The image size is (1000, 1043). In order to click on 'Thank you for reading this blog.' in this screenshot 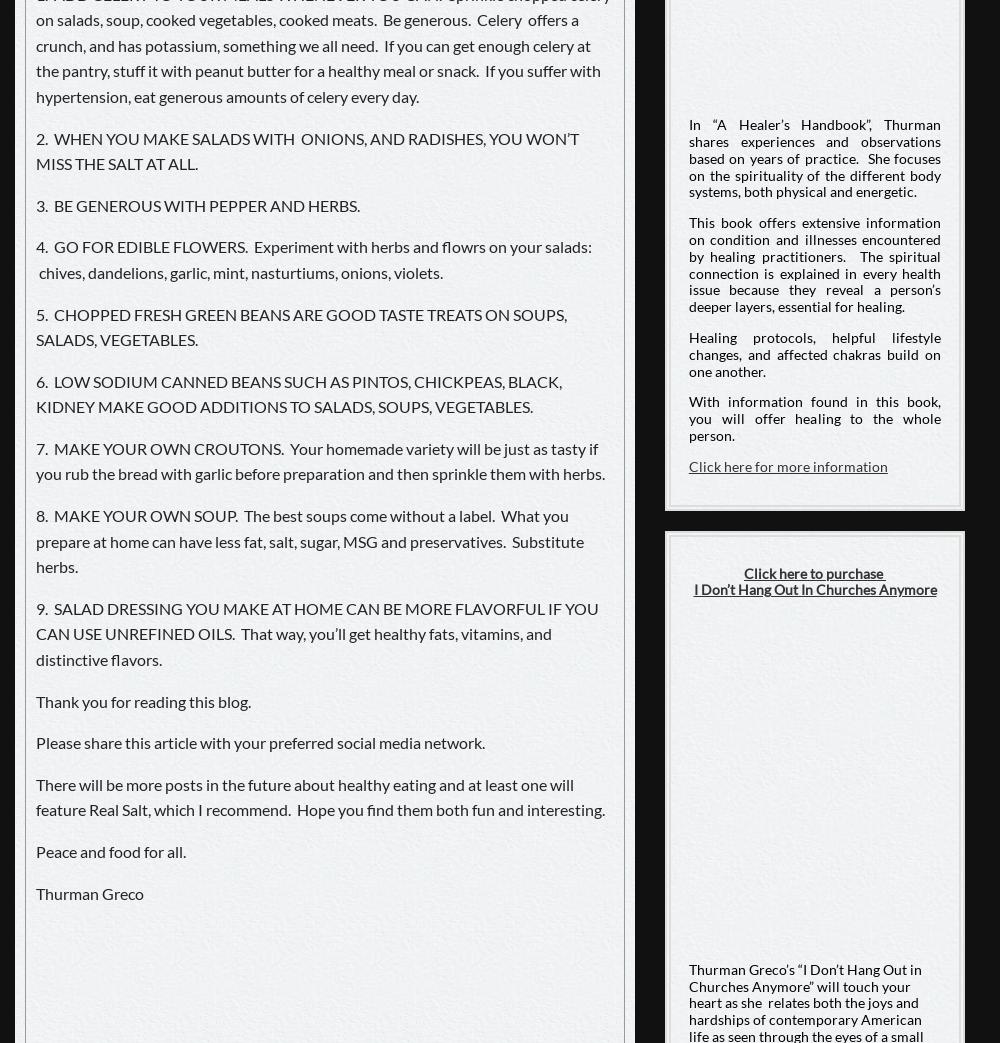, I will do `click(143, 700)`.